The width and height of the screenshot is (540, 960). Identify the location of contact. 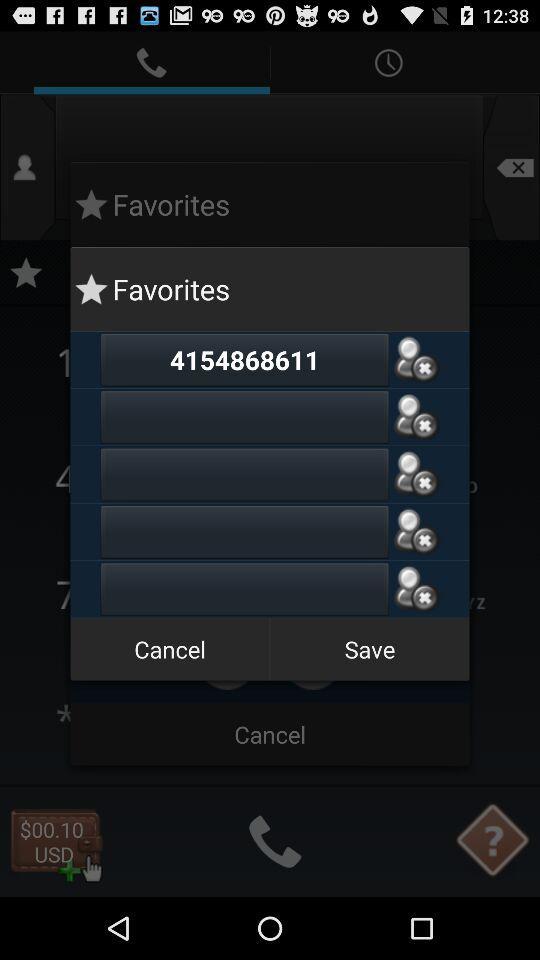
(244, 474).